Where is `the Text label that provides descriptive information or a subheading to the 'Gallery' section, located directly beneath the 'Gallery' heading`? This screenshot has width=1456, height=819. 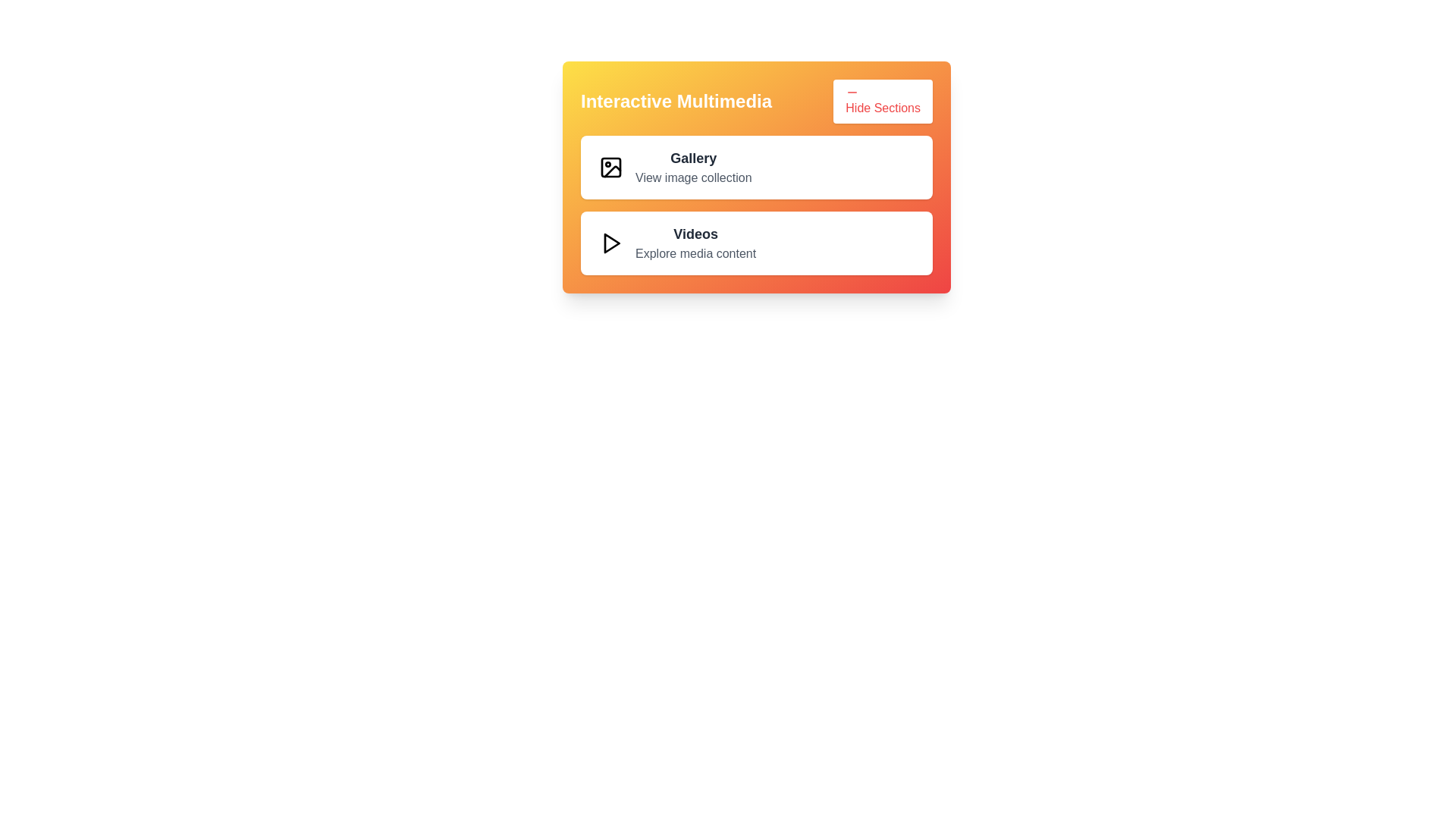
the Text label that provides descriptive information or a subheading to the 'Gallery' section, located directly beneath the 'Gallery' heading is located at coordinates (692, 177).